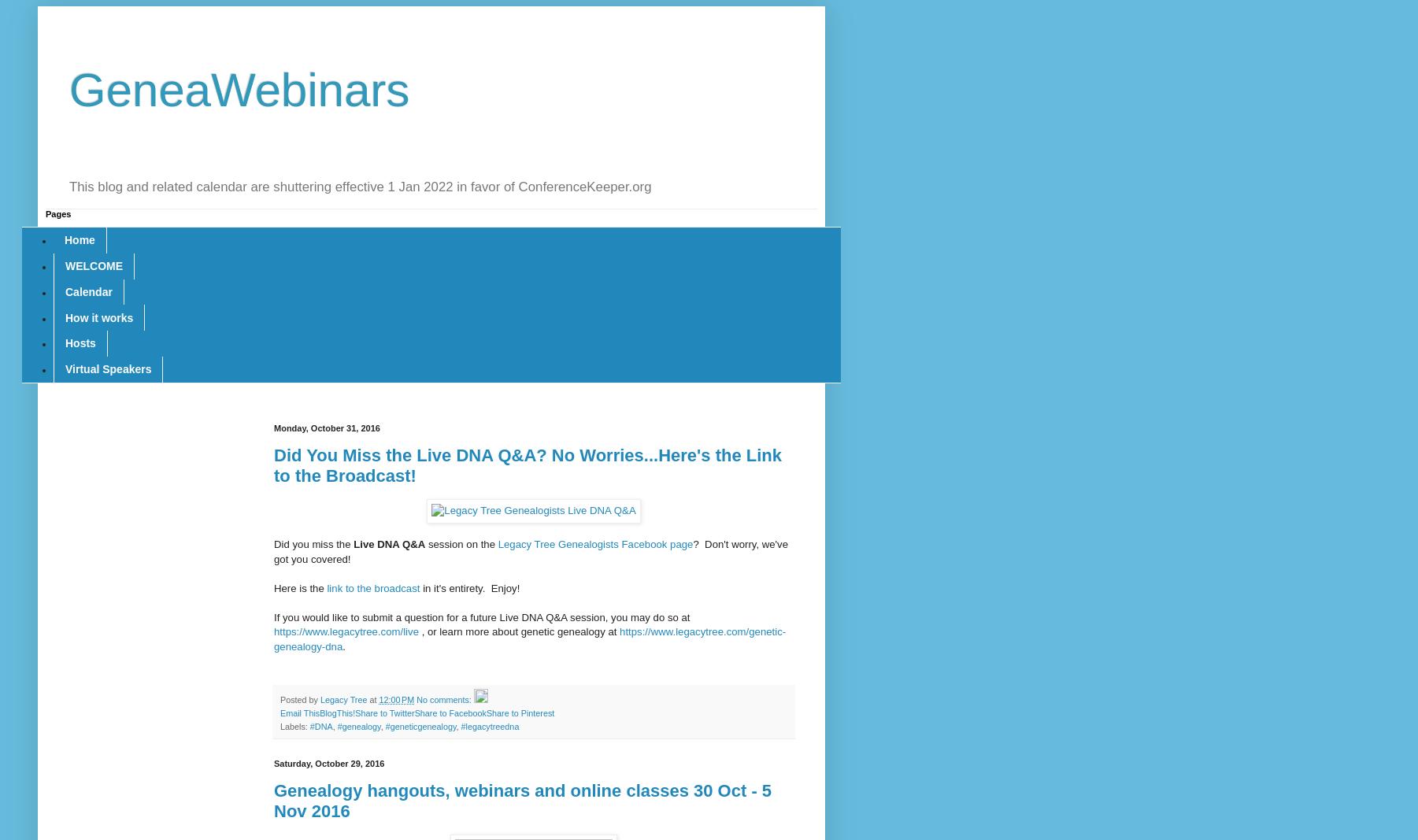 The width and height of the screenshot is (1418, 840). I want to click on 'https://www.legacytree.com/live', so click(273, 631).